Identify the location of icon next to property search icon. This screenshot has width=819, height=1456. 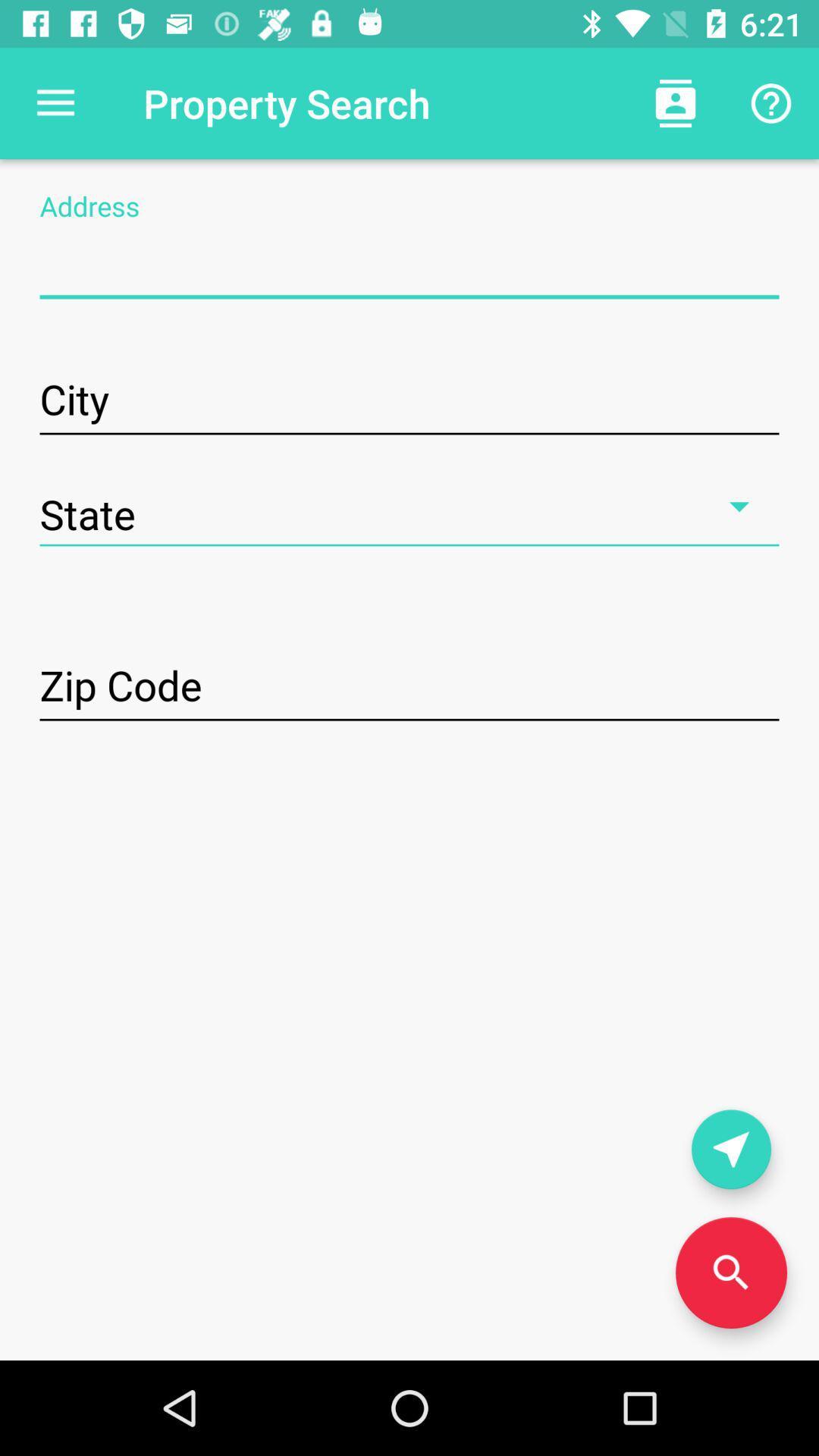
(55, 102).